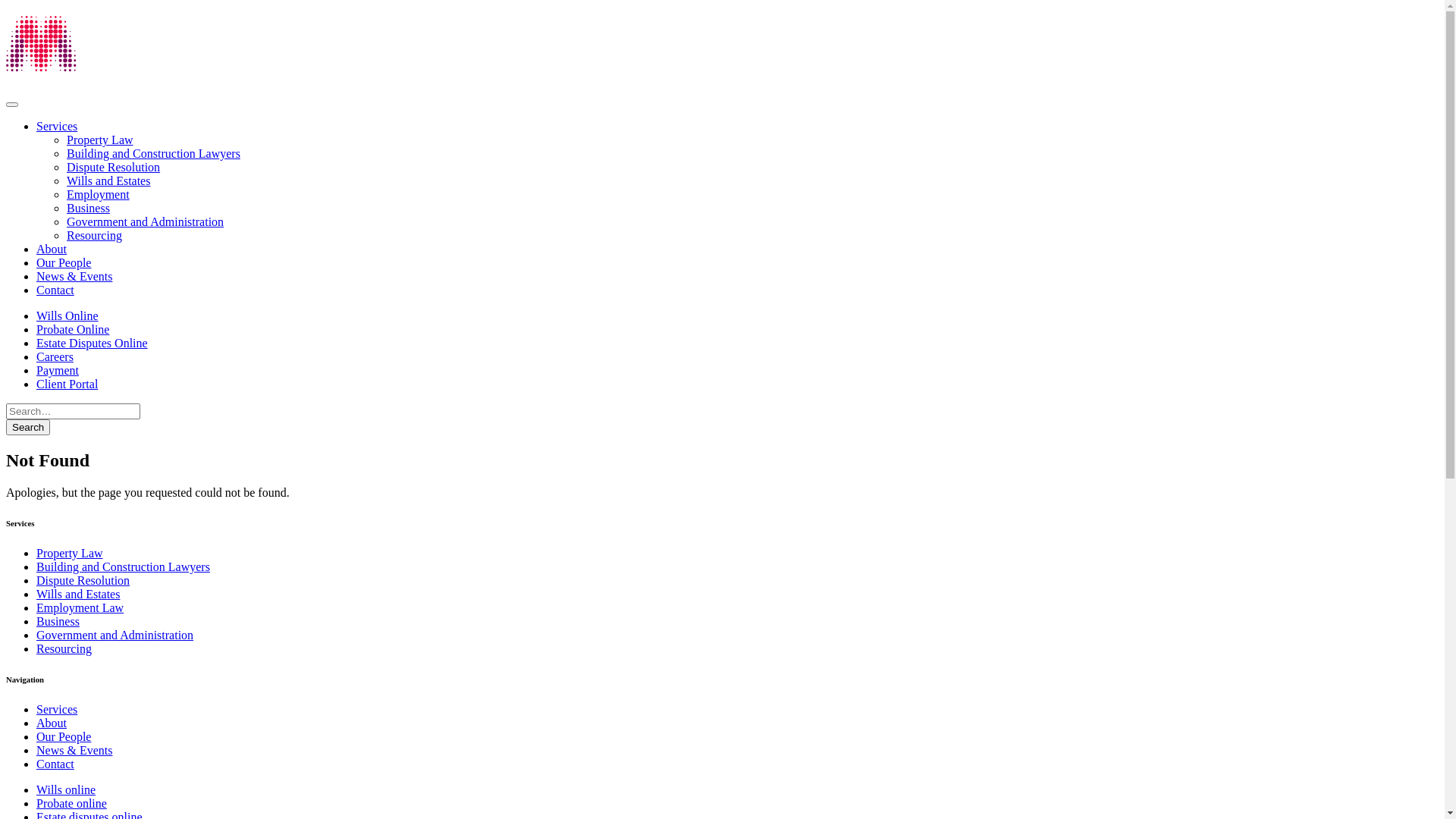 This screenshot has height=819, width=1456. I want to click on 'Business', so click(36, 621).